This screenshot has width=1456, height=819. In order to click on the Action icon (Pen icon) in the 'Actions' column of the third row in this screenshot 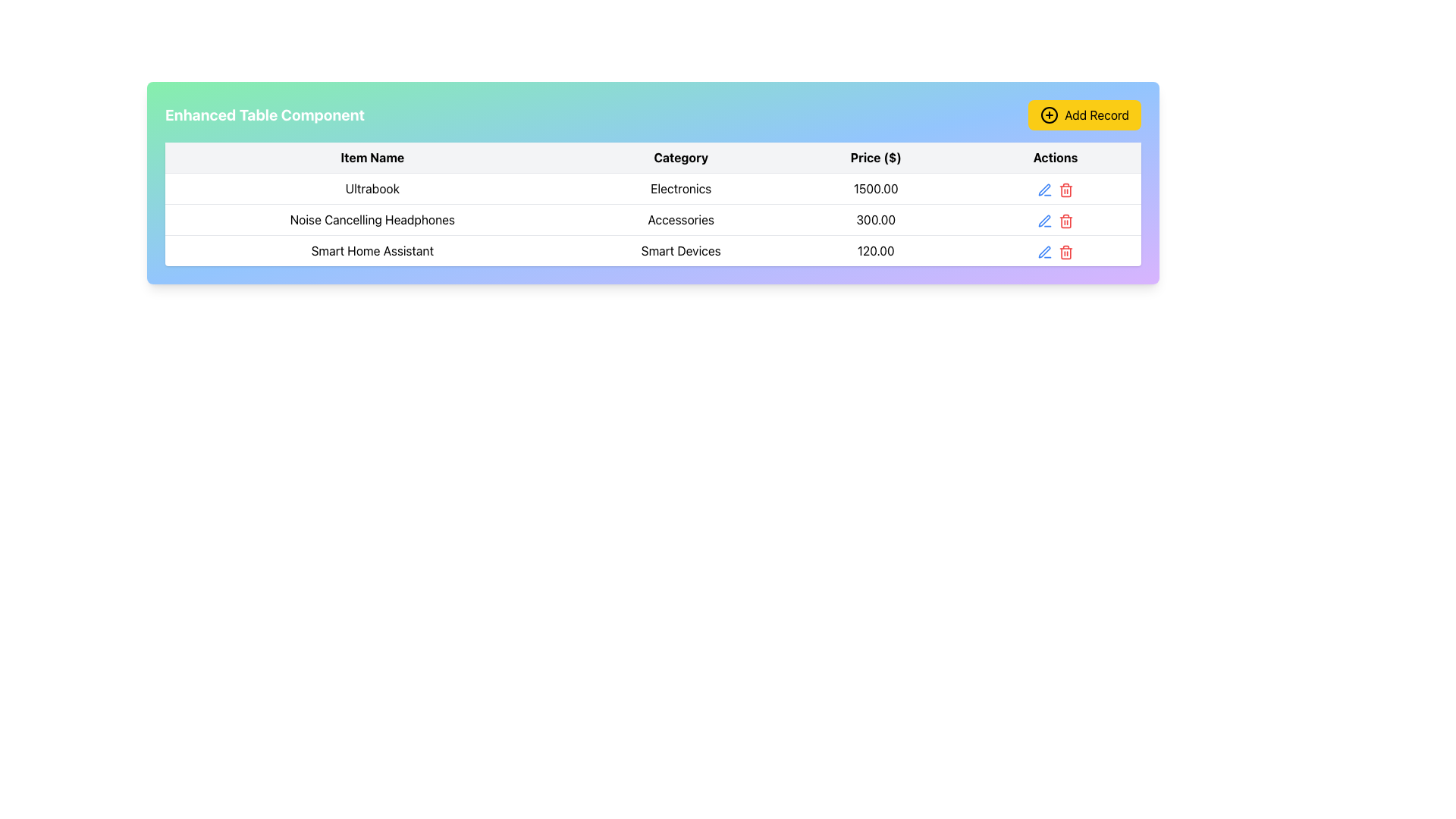, I will do `click(1043, 251)`.